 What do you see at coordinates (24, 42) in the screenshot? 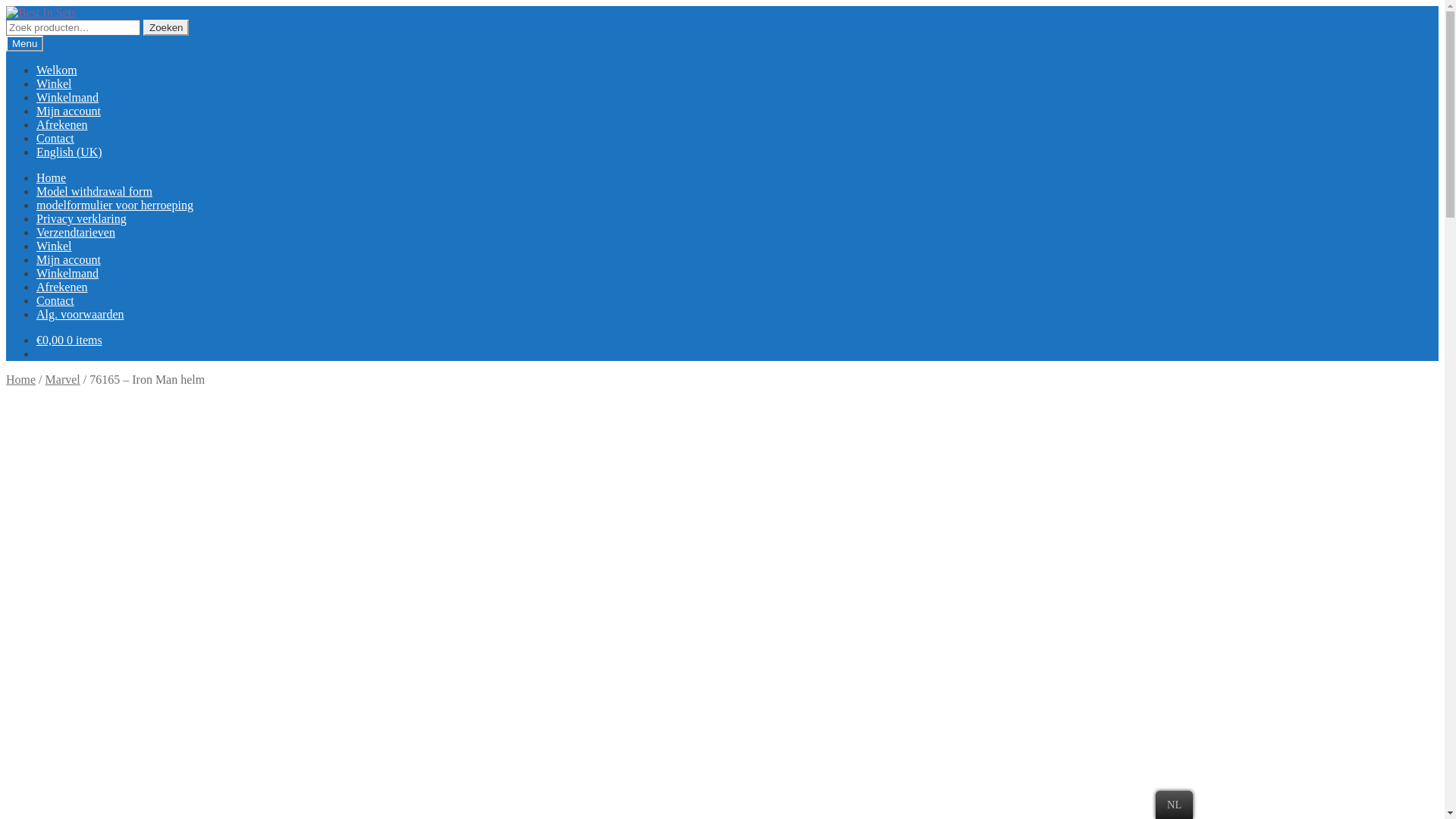
I see `'Menu'` at bounding box center [24, 42].